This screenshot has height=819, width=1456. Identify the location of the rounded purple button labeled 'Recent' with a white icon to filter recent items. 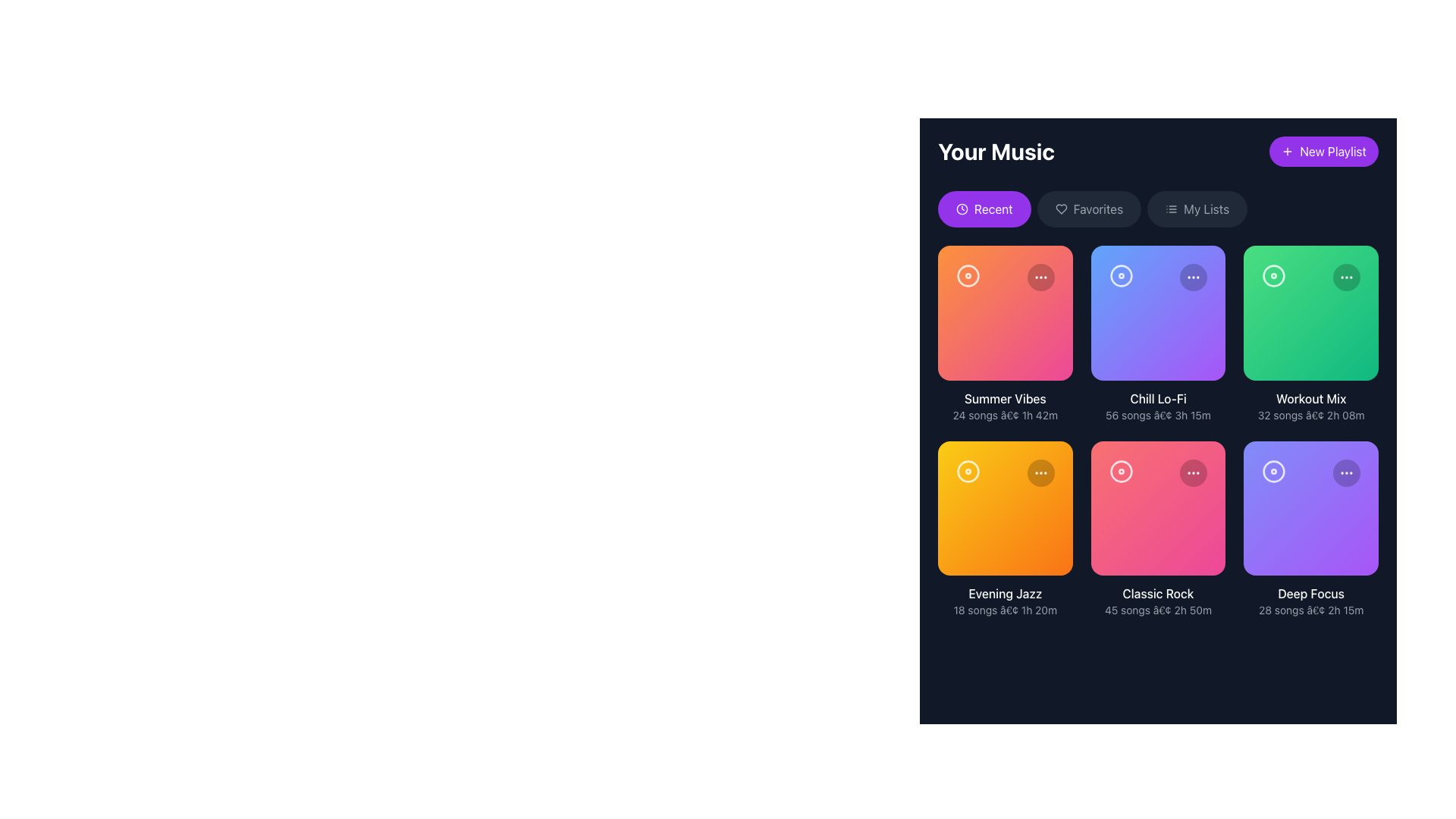
(984, 209).